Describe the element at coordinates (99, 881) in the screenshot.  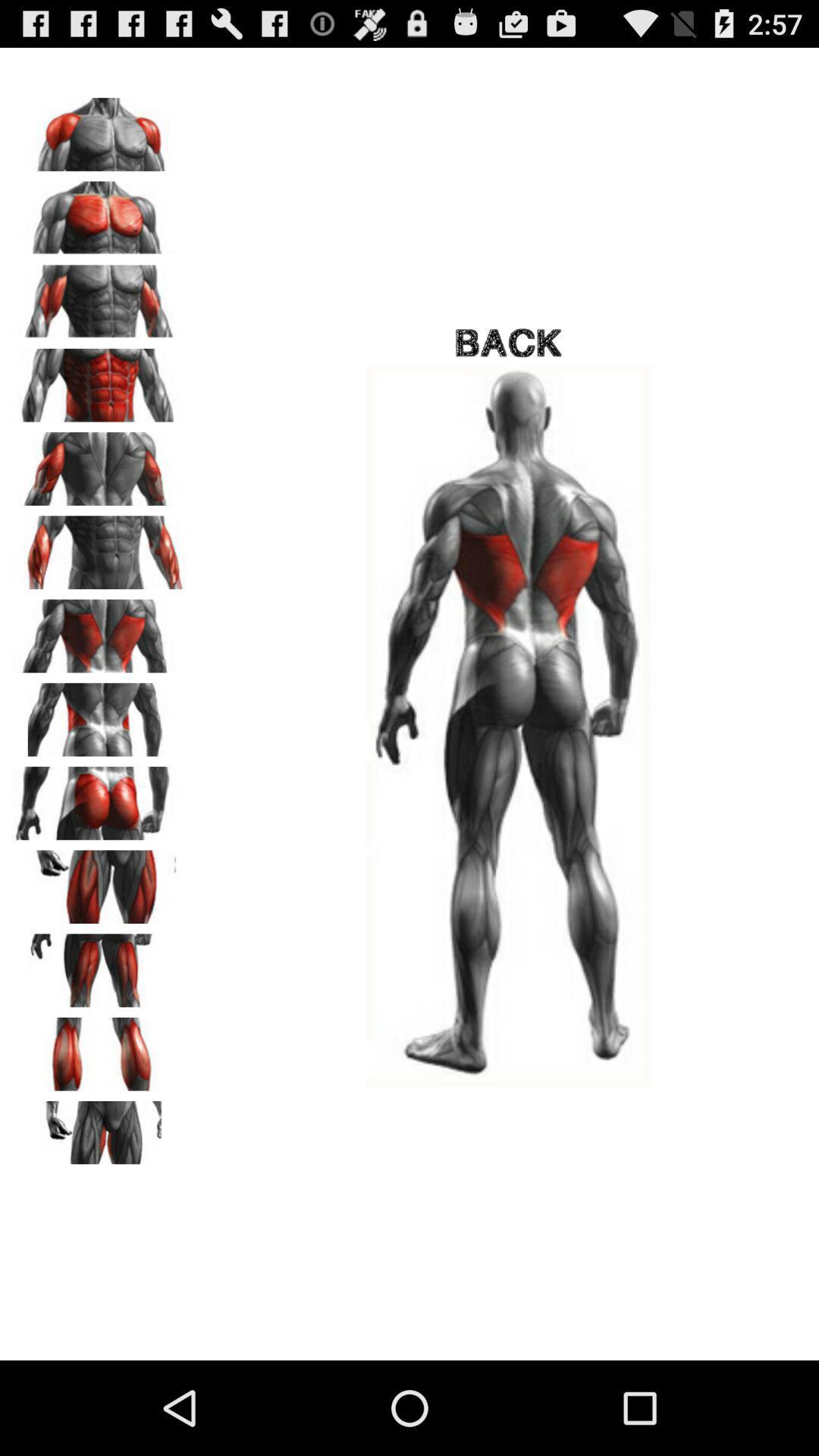
I see `display figure` at that location.